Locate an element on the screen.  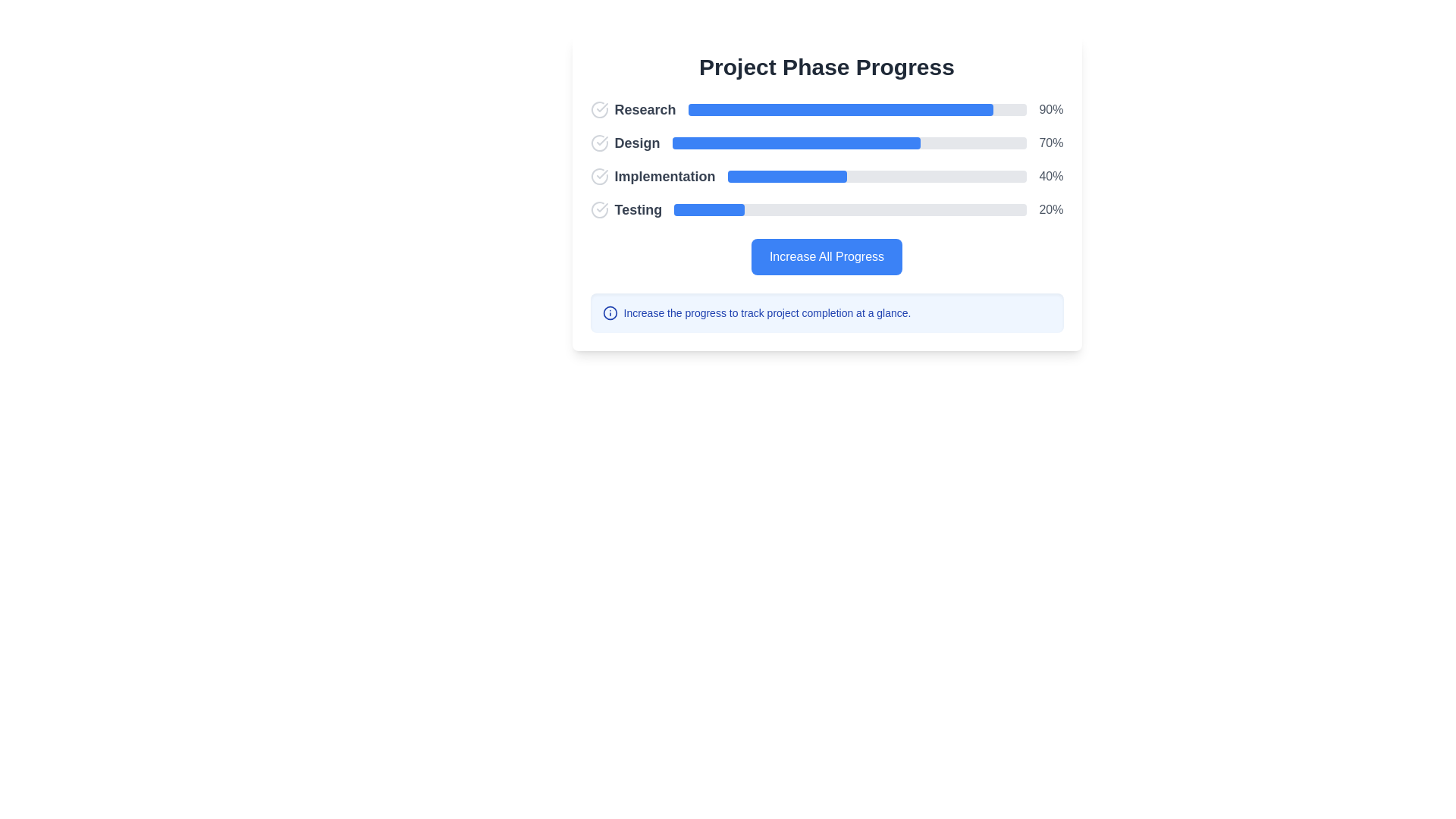
the Progress bar indicating the 'Design' phase, which is the second bar in the vertical sequence and shows 70% completion is located at coordinates (795, 143).